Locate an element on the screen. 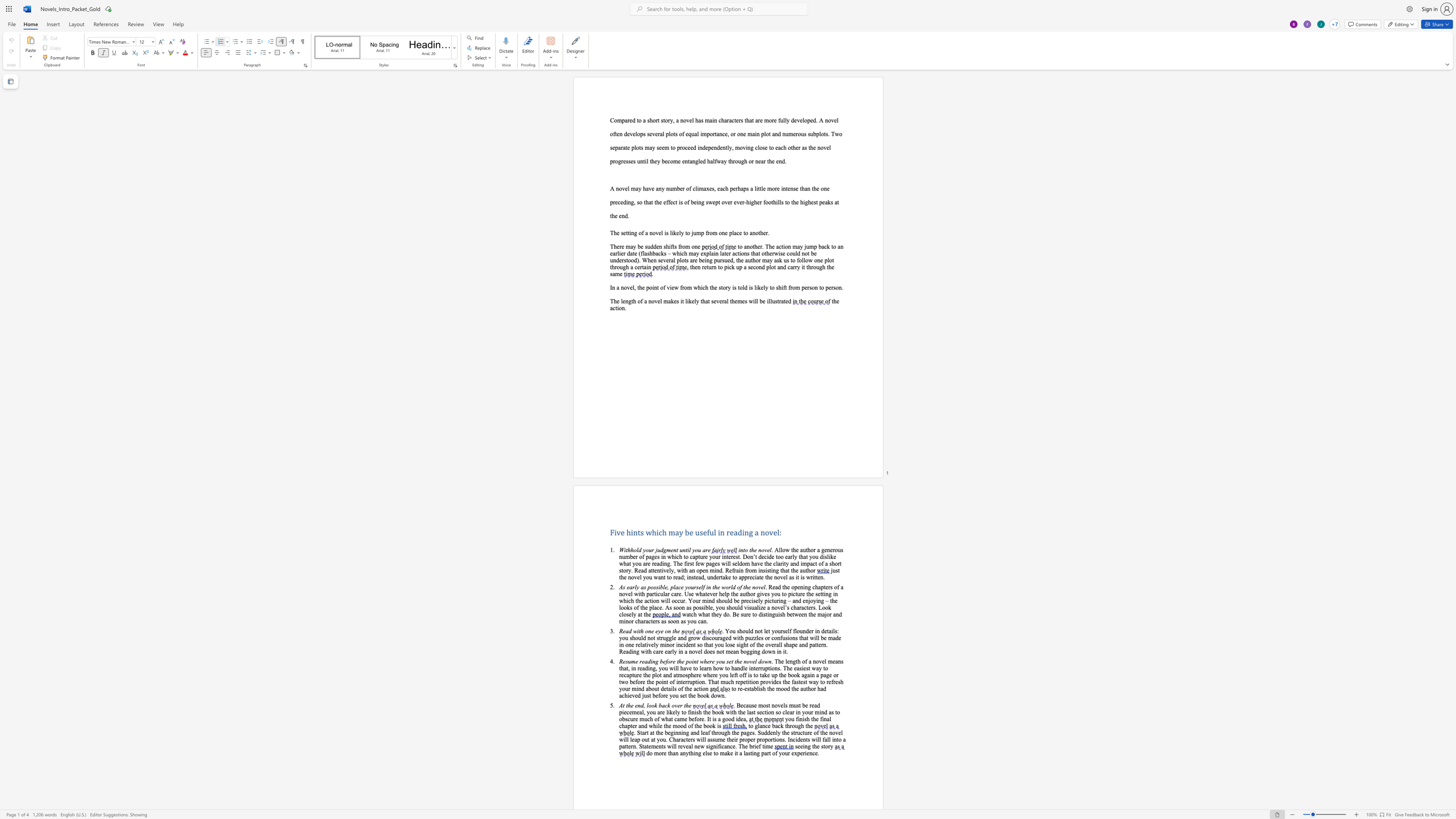  the space between the continuous character "u" and "s" in the text is located at coordinates (699, 532).